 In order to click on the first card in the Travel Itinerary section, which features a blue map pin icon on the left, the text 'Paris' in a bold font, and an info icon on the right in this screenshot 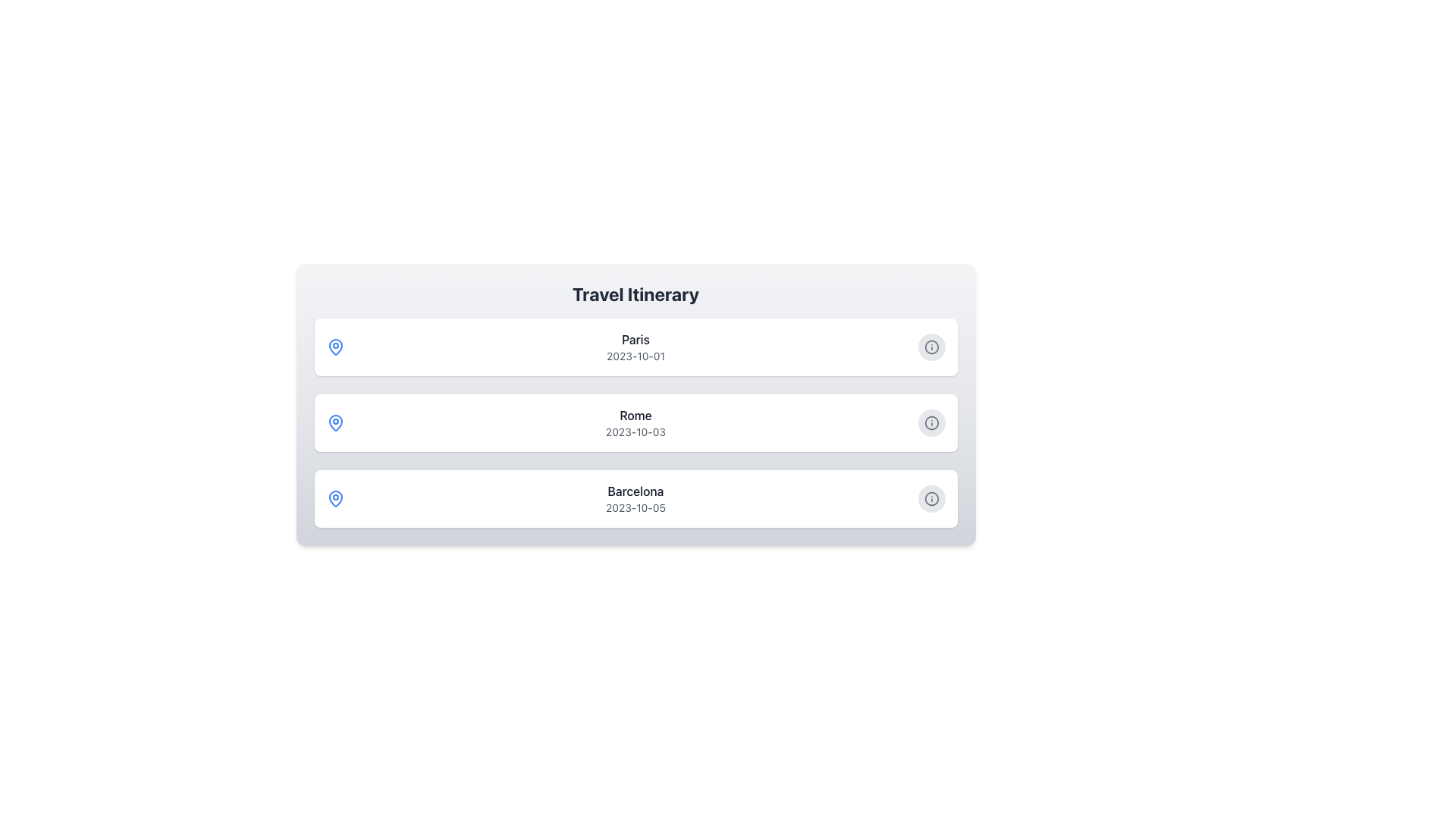, I will do `click(635, 347)`.